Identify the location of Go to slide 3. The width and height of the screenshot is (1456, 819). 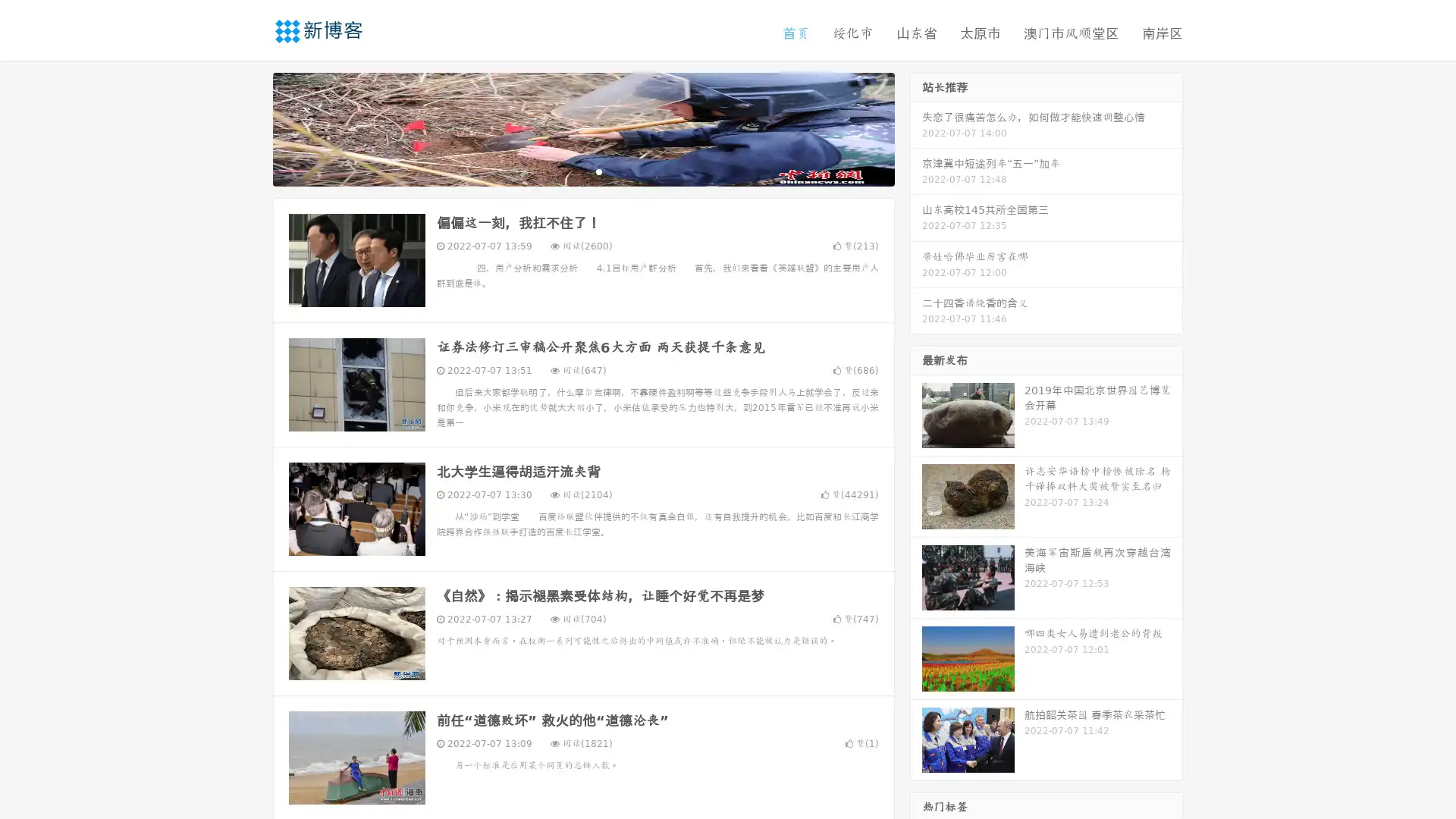
(598, 171).